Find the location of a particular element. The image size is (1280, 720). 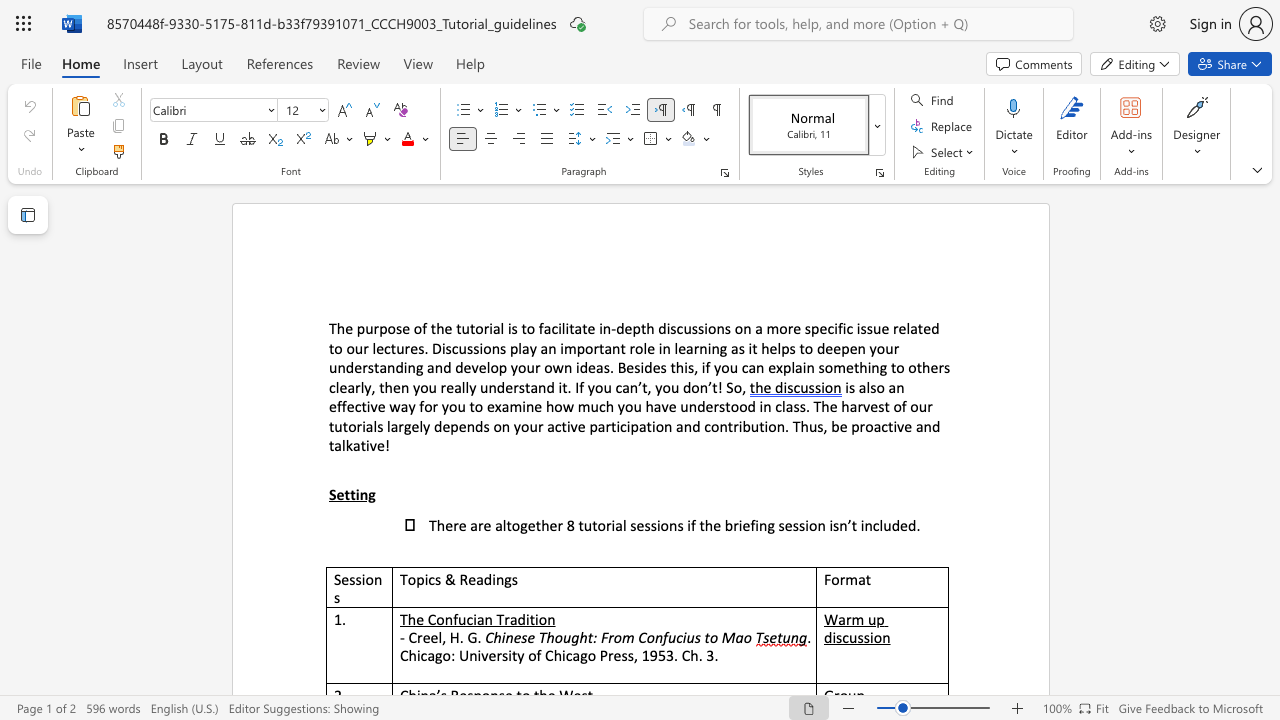

the subset text "ut" within the text "The purpose of the tutorial is to" is located at coordinates (460, 327).